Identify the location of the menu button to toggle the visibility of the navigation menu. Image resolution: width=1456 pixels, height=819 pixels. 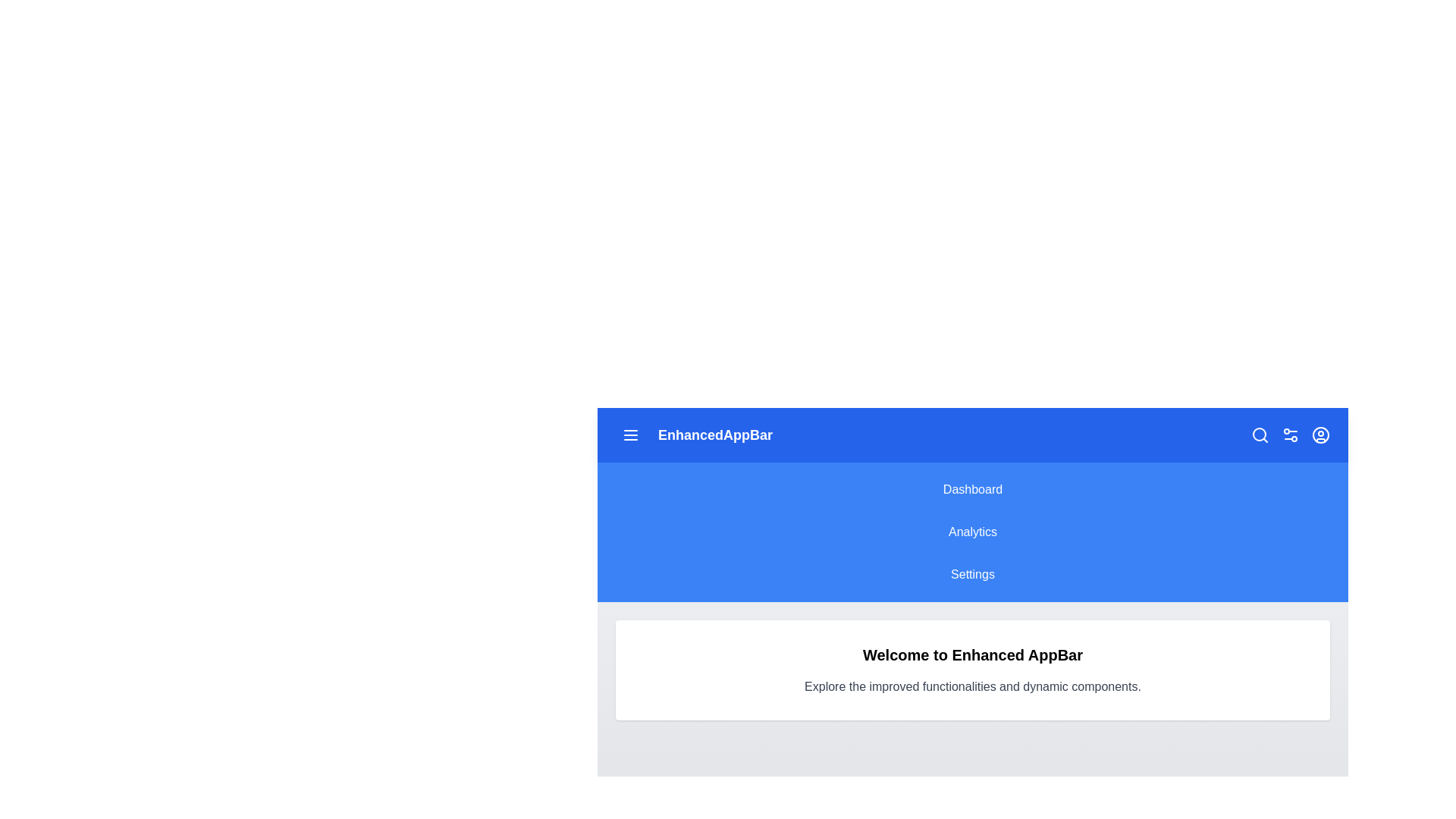
(630, 435).